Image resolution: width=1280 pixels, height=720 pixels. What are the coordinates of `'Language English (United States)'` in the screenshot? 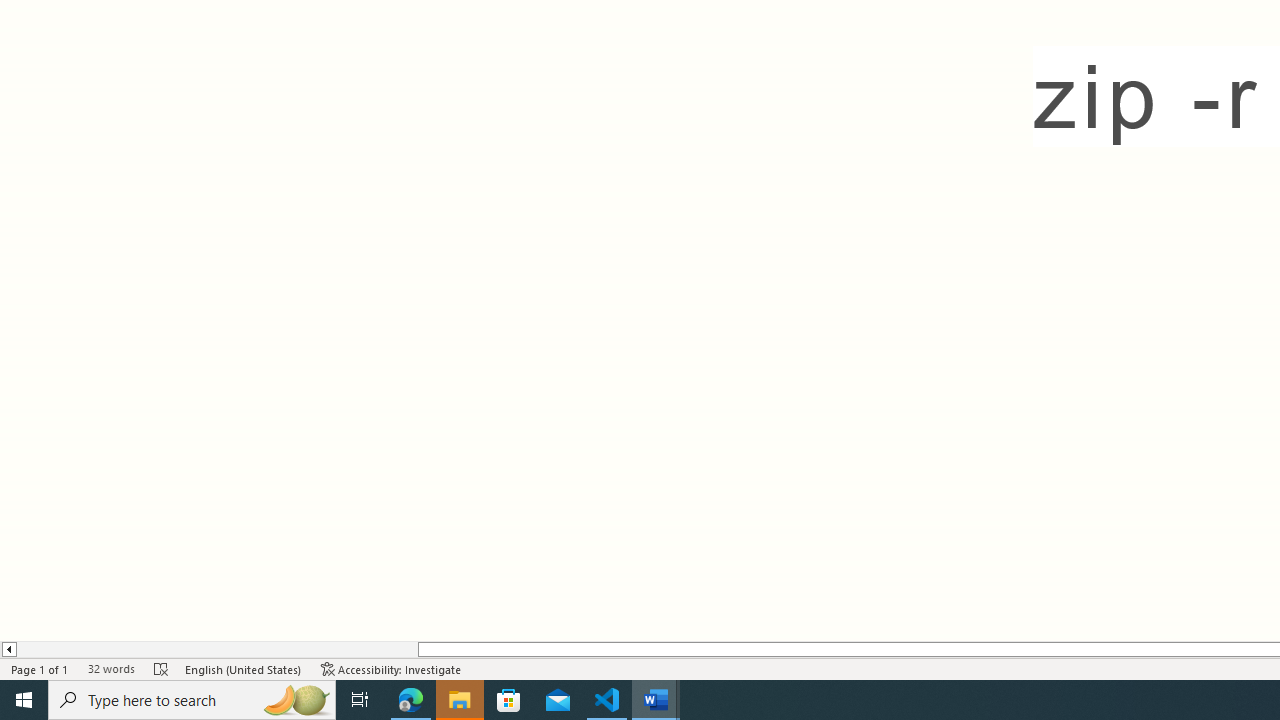 It's located at (242, 669).